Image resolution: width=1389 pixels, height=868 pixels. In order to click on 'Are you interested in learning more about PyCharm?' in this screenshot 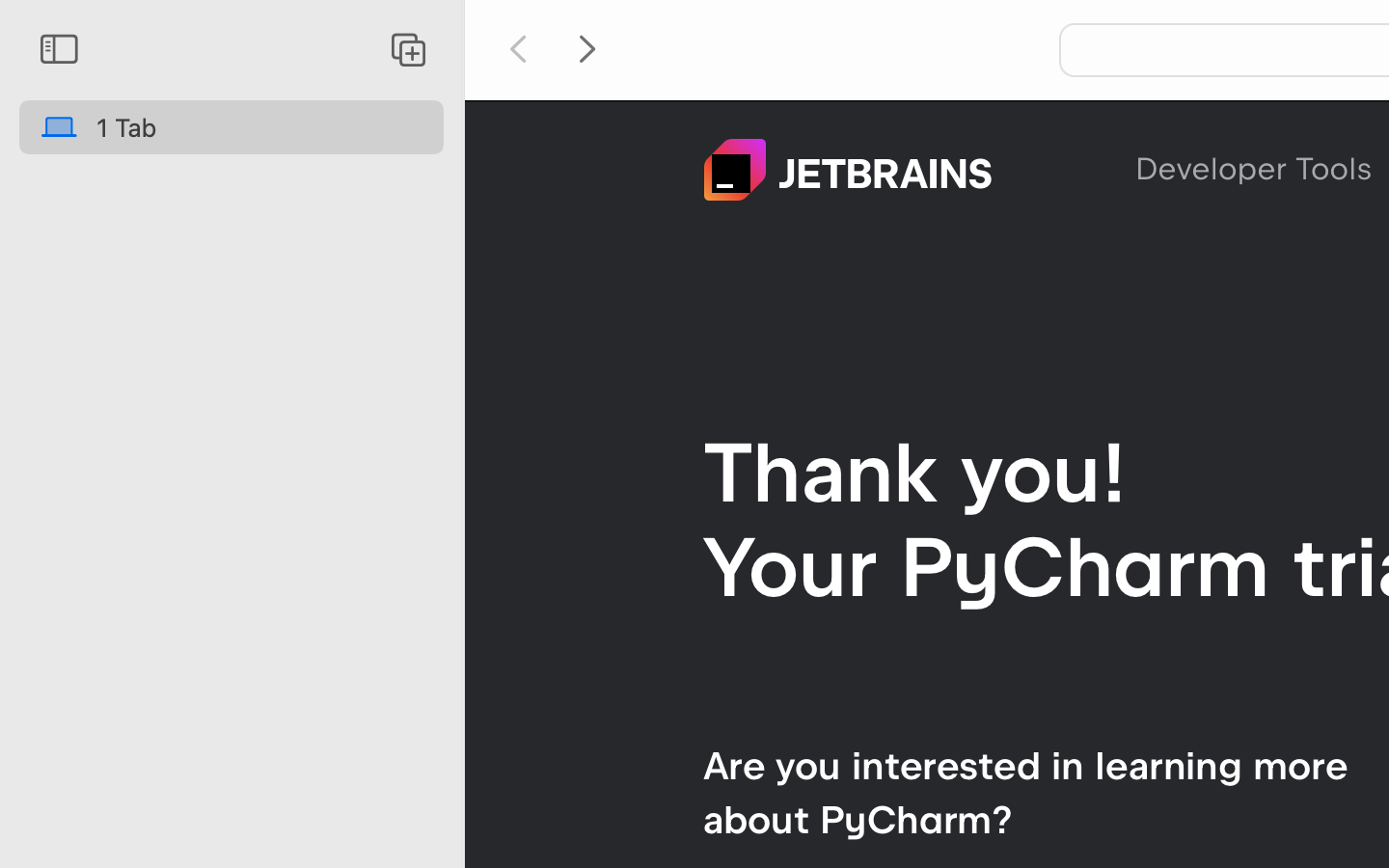, I will do `click(1025, 792)`.